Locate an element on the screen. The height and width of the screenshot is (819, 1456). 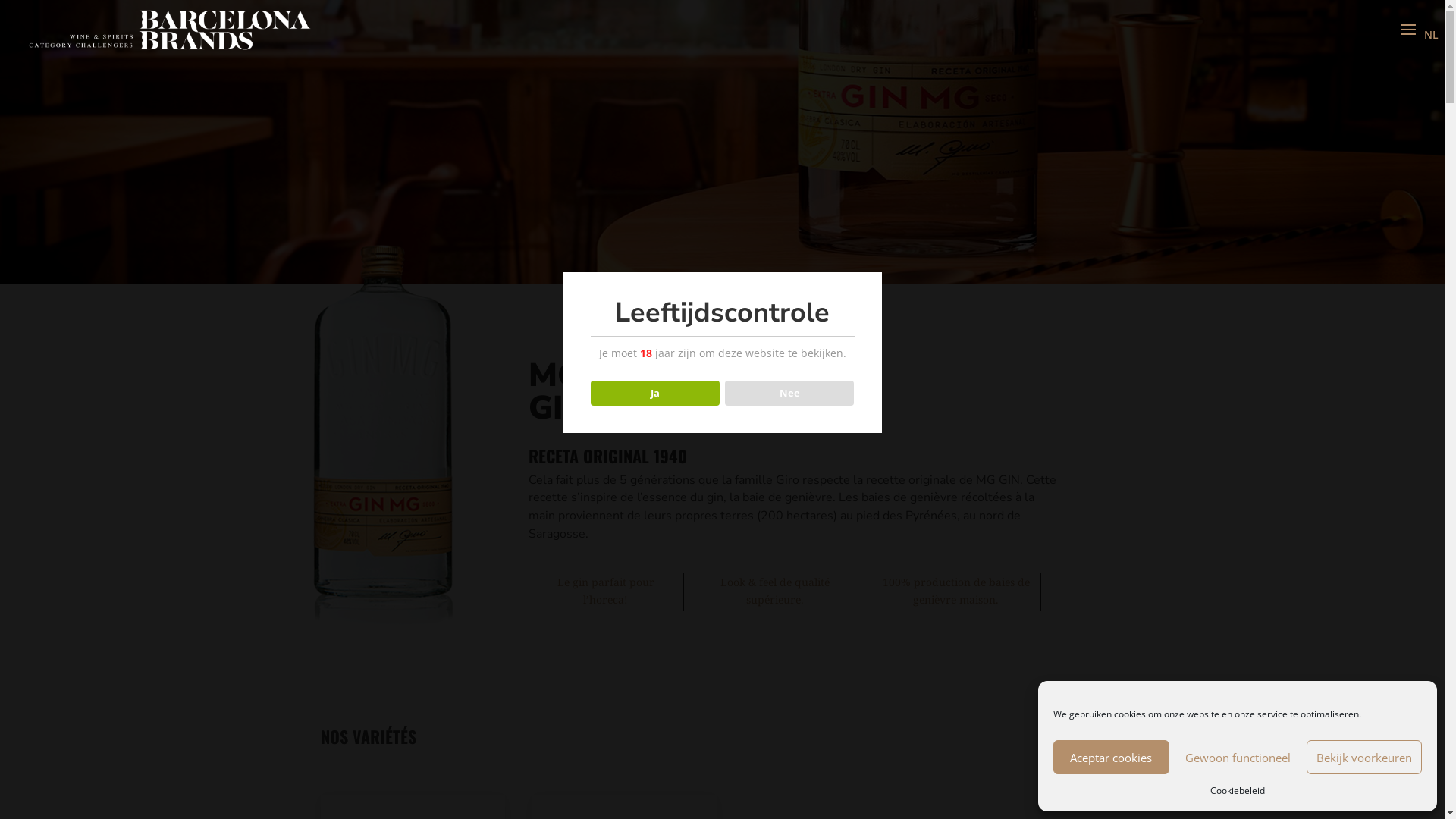
'Nee' is located at coordinates (789, 393).